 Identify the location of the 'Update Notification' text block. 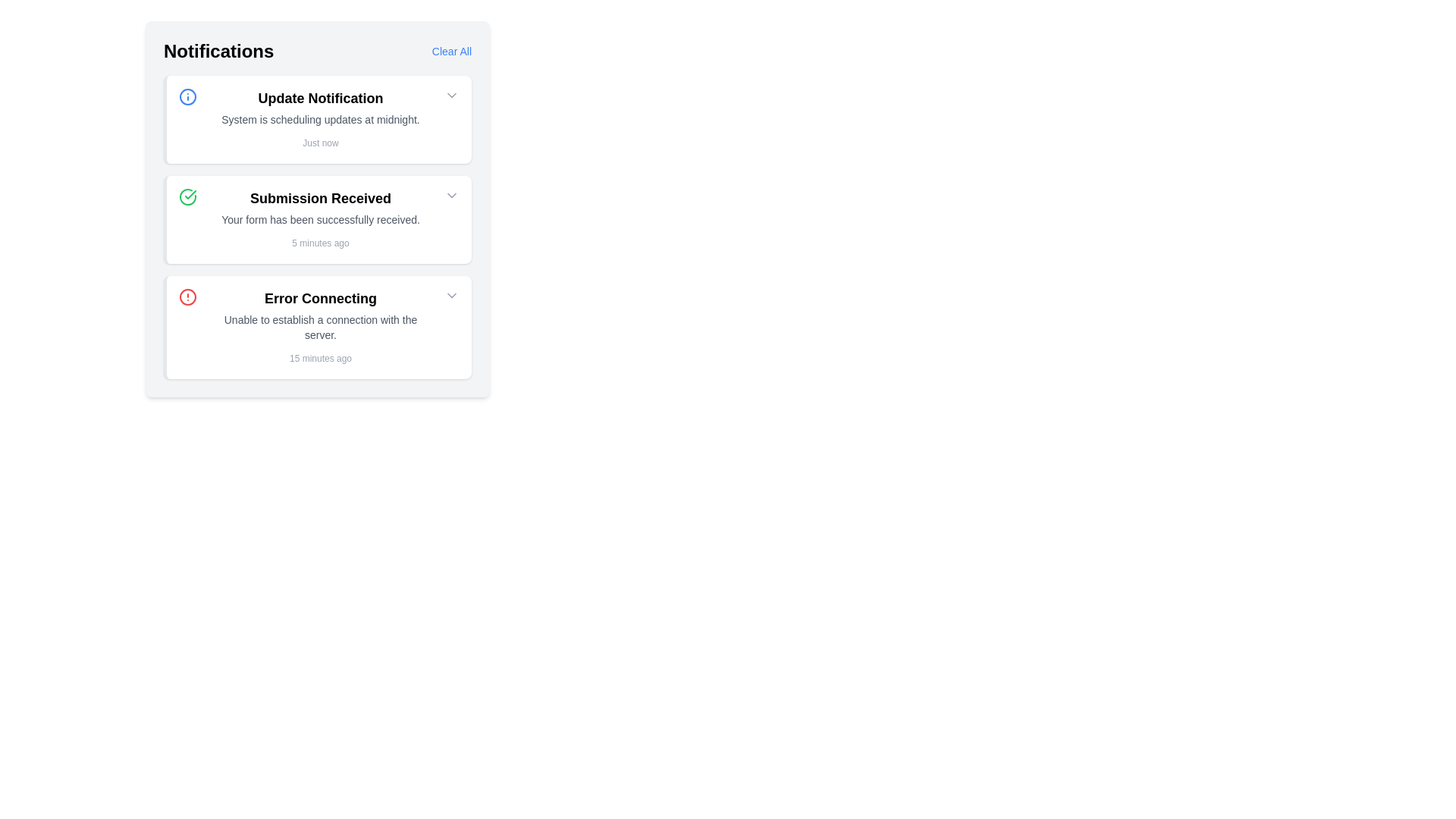
(319, 119).